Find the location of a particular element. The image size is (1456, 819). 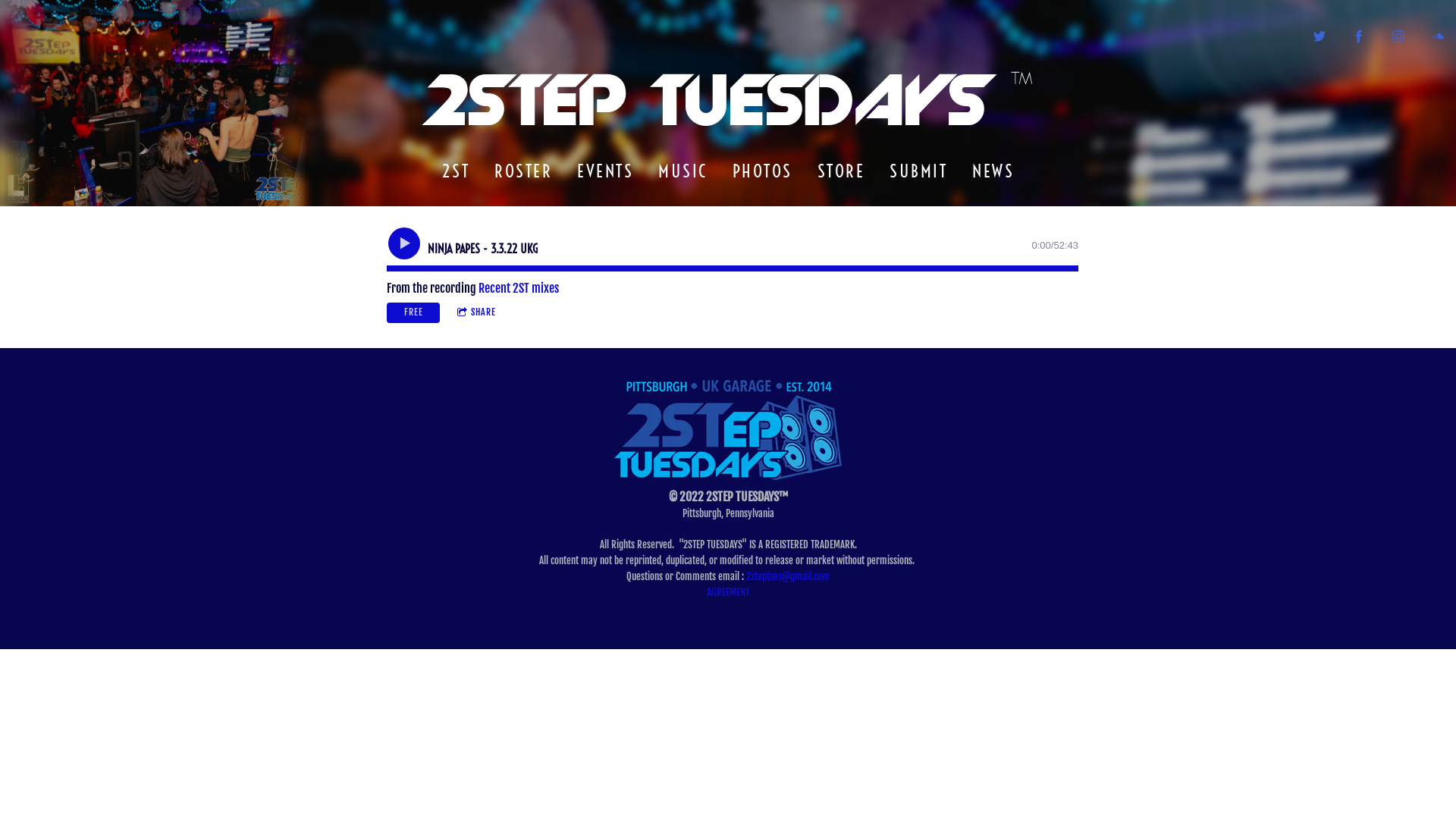

'EVENTS' is located at coordinates (567, 170).